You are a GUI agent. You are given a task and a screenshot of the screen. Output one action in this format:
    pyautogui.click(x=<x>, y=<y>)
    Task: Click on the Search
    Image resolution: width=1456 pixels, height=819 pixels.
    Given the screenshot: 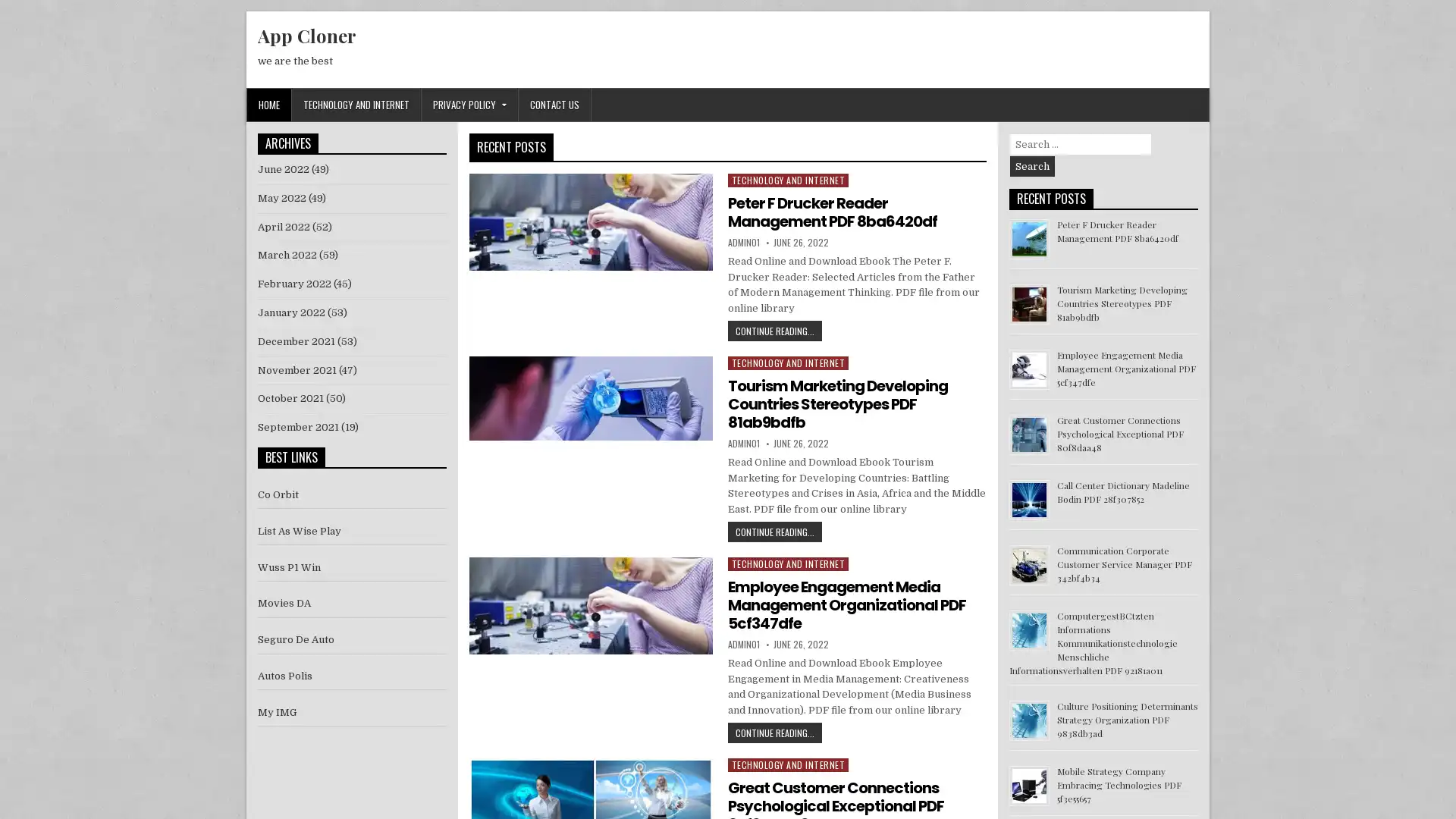 What is the action you would take?
    pyautogui.click(x=1031, y=166)
    